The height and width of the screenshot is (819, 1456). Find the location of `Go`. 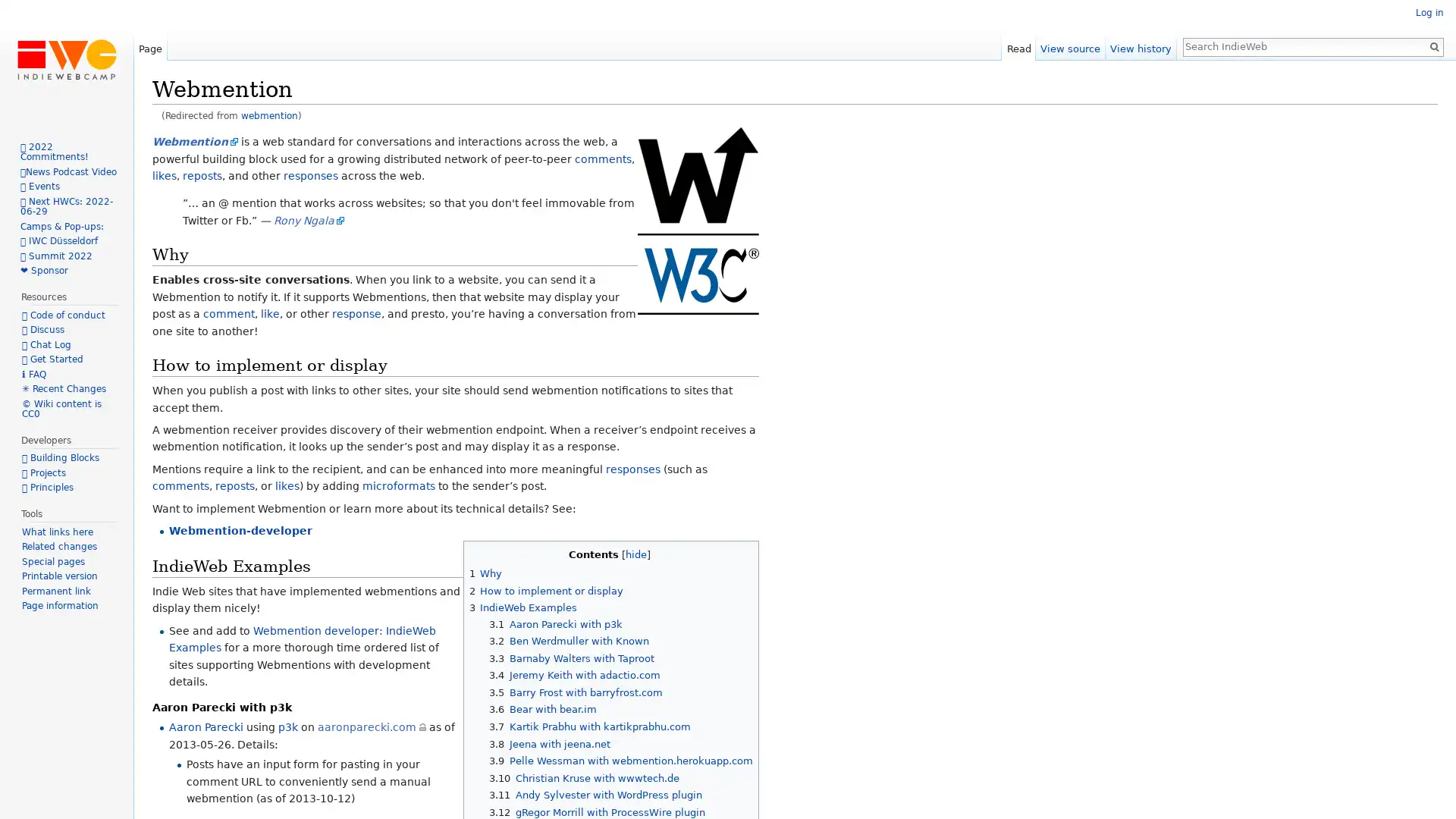

Go is located at coordinates (1433, 45).